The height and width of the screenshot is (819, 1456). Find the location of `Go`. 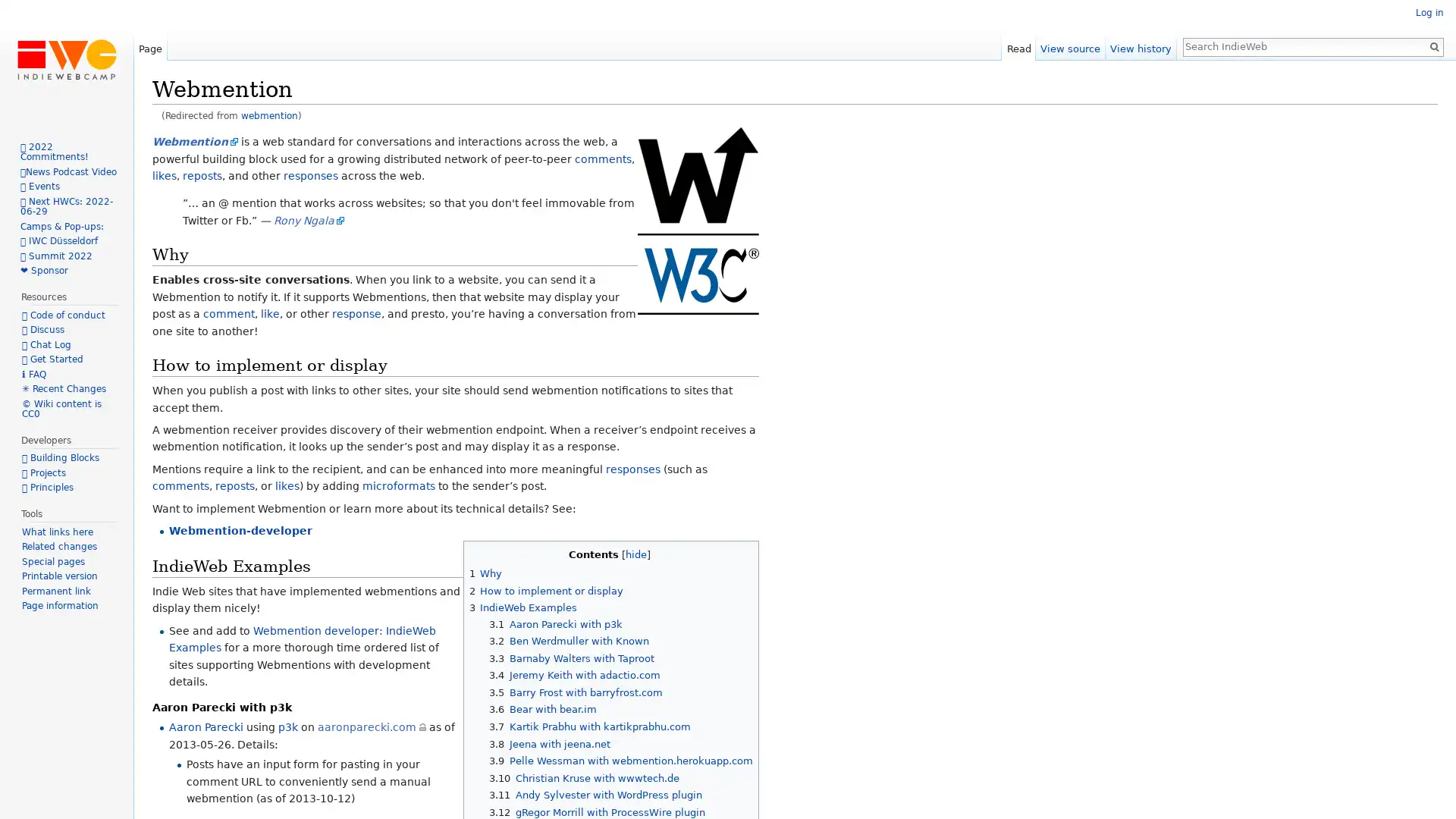

Go is located at coordinates (1433, 45).